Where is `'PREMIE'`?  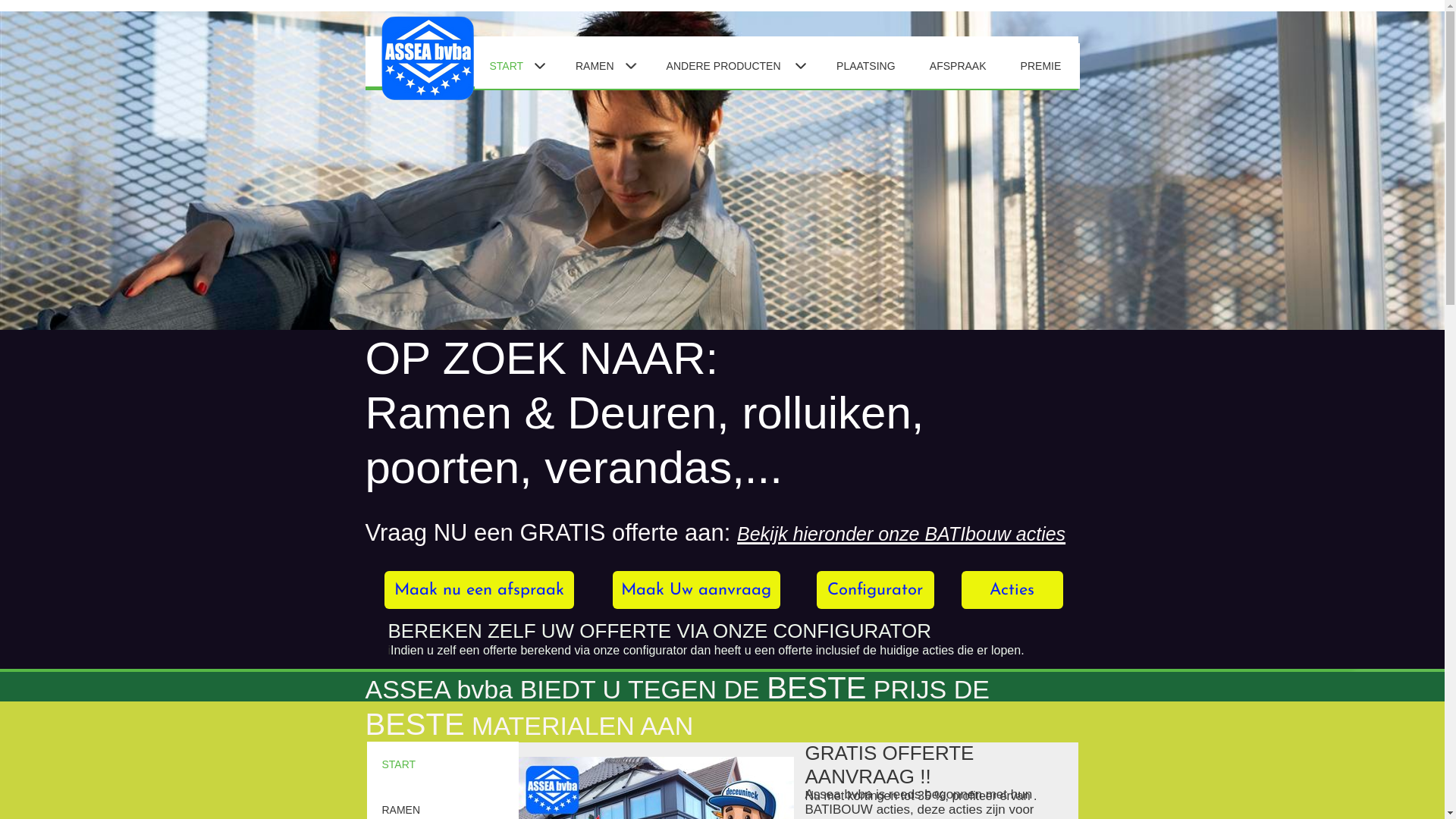 'PREMIE' is located at coordinates (1041, 64).